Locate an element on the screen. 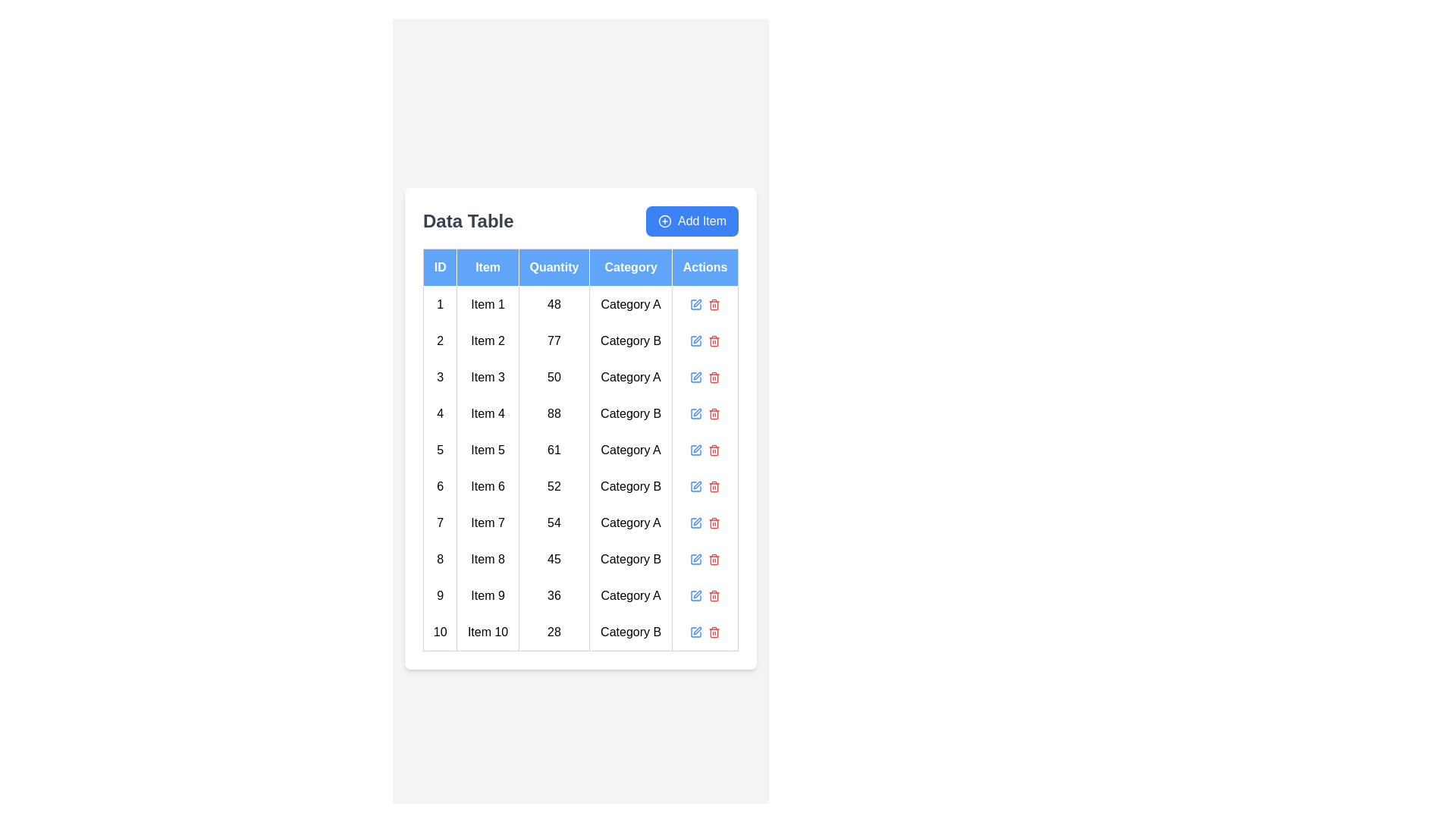  the Edit Button icon located in the actions column of the data table is located at coordinates (697, 485).